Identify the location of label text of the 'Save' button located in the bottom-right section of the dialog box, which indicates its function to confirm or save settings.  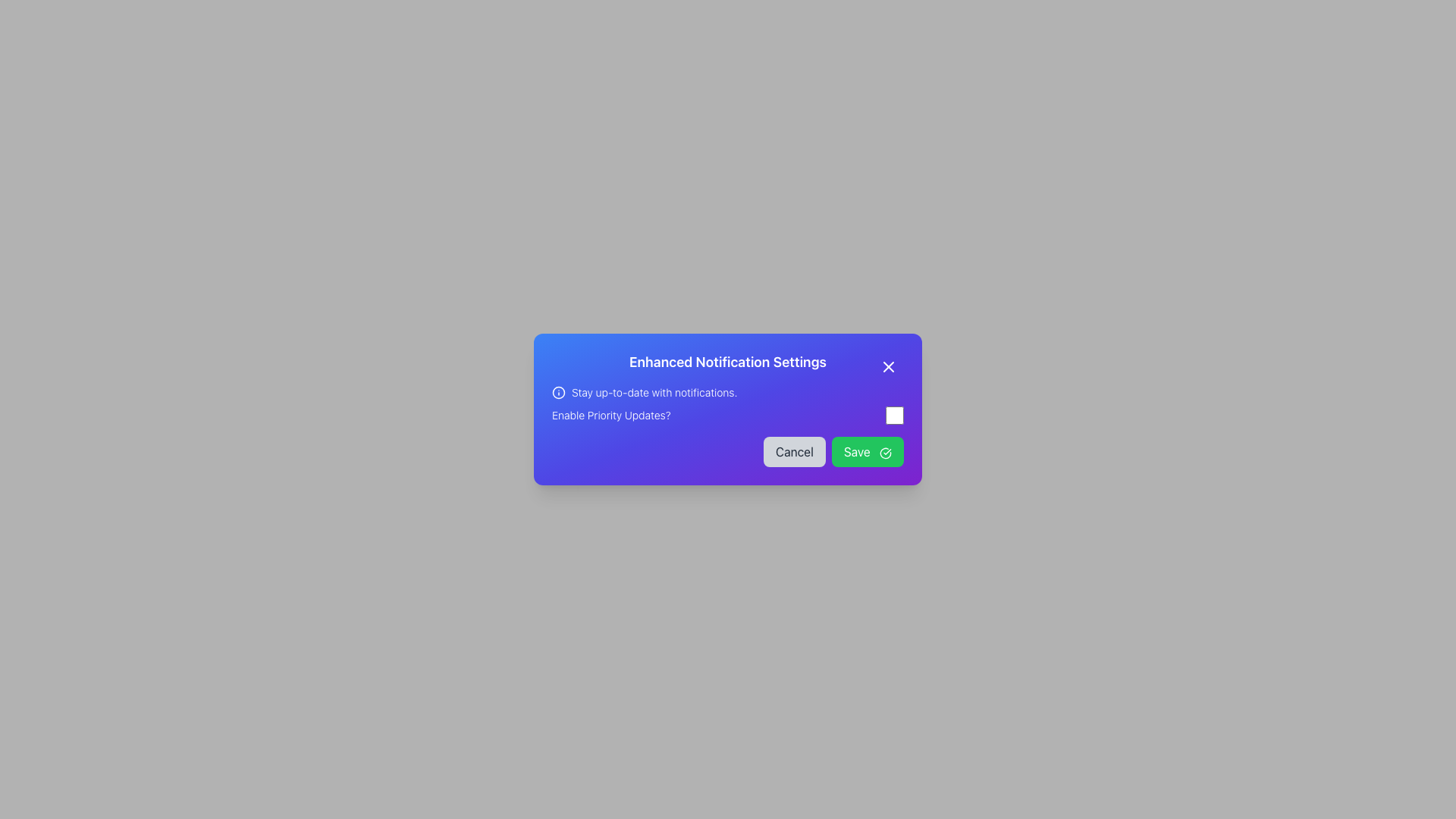
(857, 451).